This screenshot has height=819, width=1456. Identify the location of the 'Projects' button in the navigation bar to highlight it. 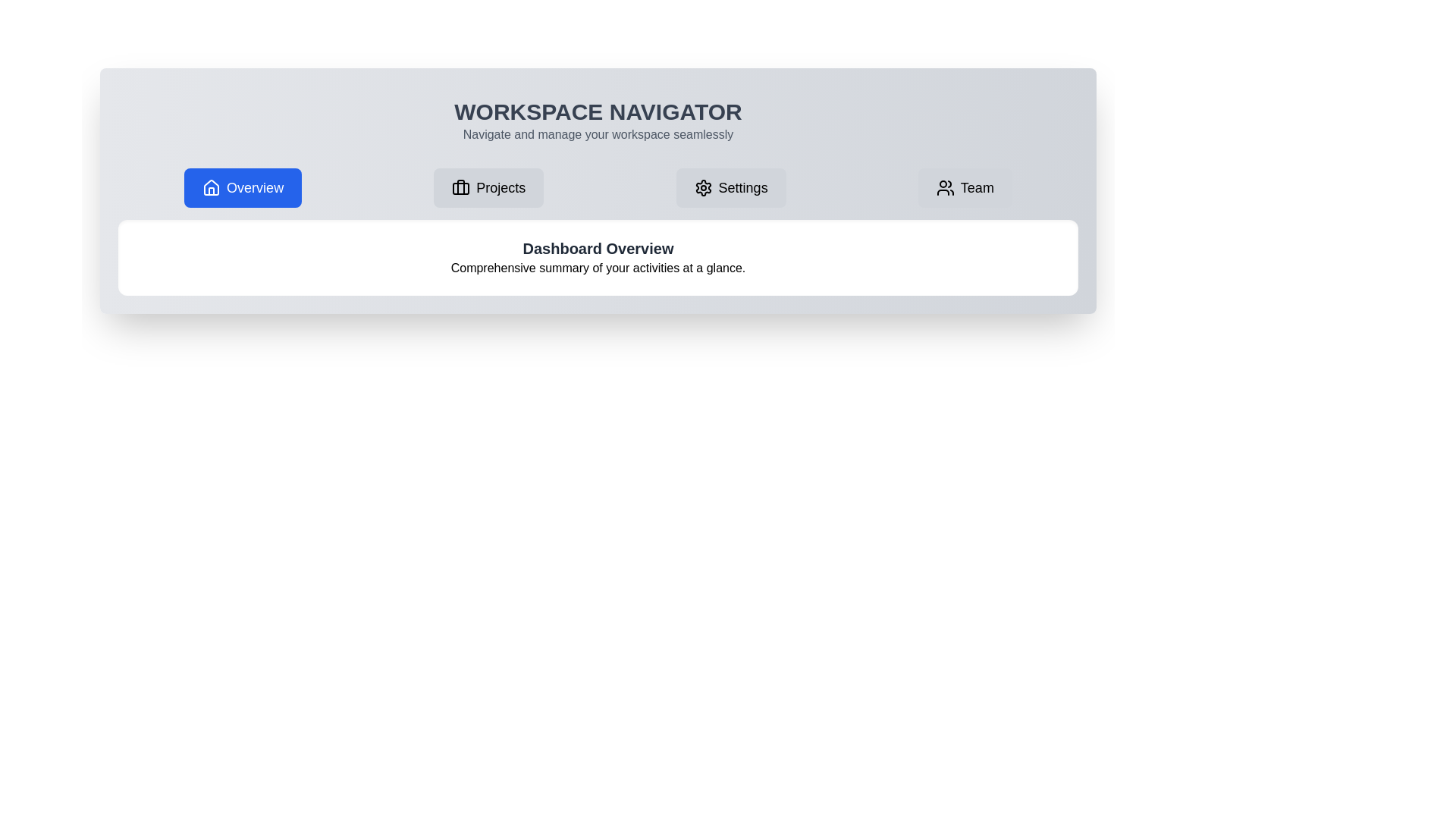
(488, 187).